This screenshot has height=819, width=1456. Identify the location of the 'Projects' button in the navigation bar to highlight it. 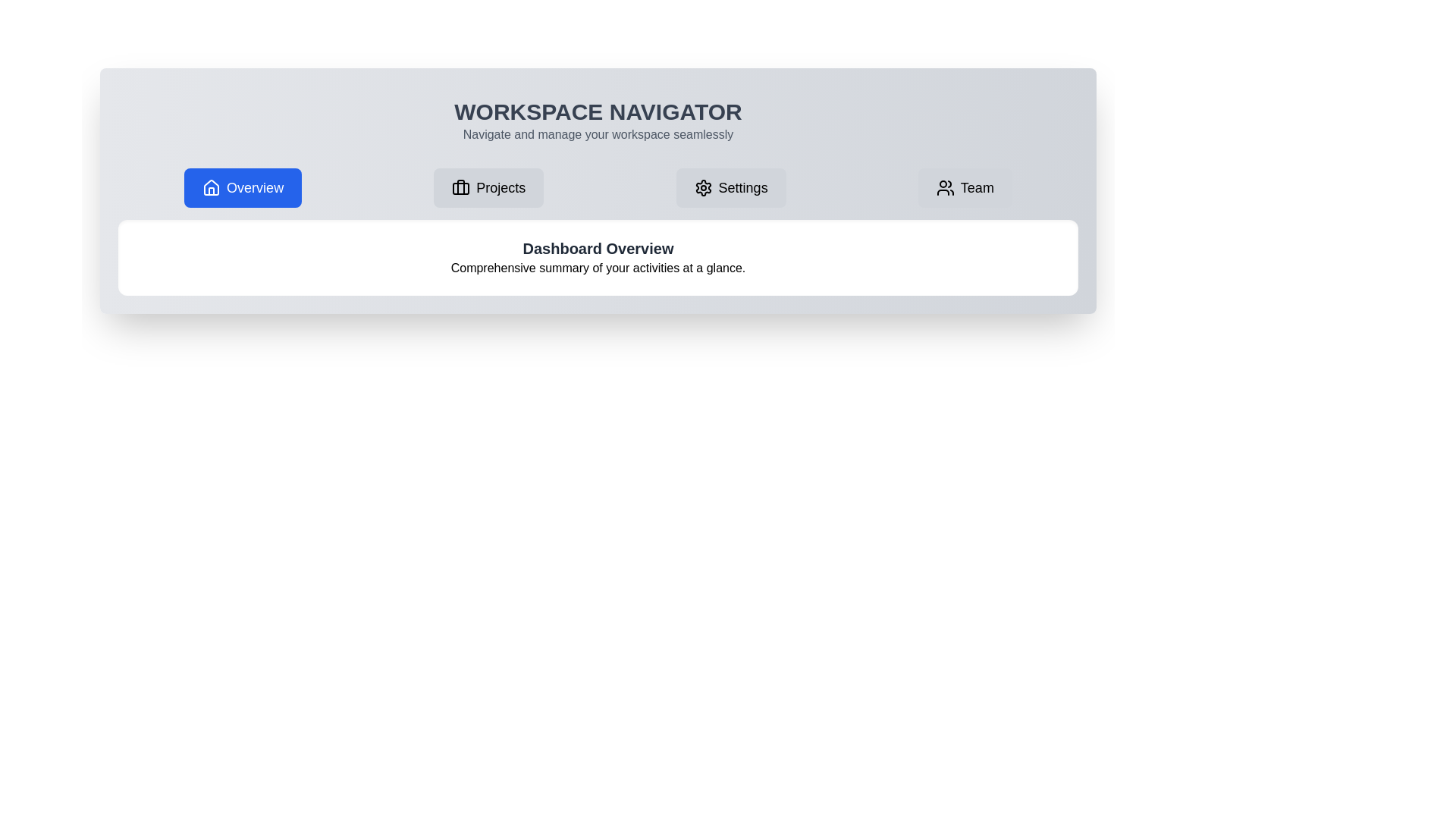
(488, 187).